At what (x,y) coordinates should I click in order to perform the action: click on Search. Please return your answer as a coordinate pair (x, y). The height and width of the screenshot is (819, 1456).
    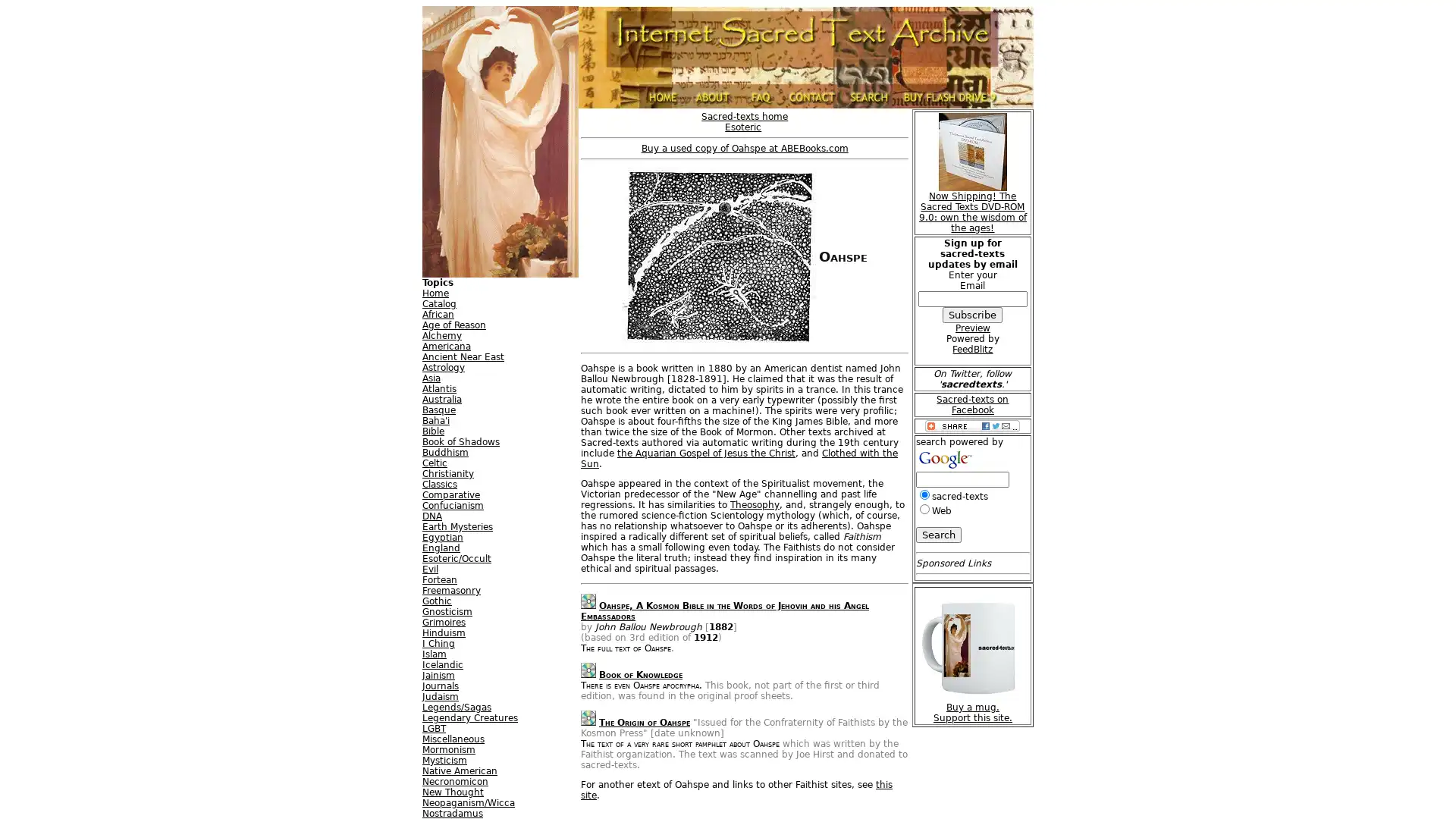
    Looking at the image, I should click on (937, 534).